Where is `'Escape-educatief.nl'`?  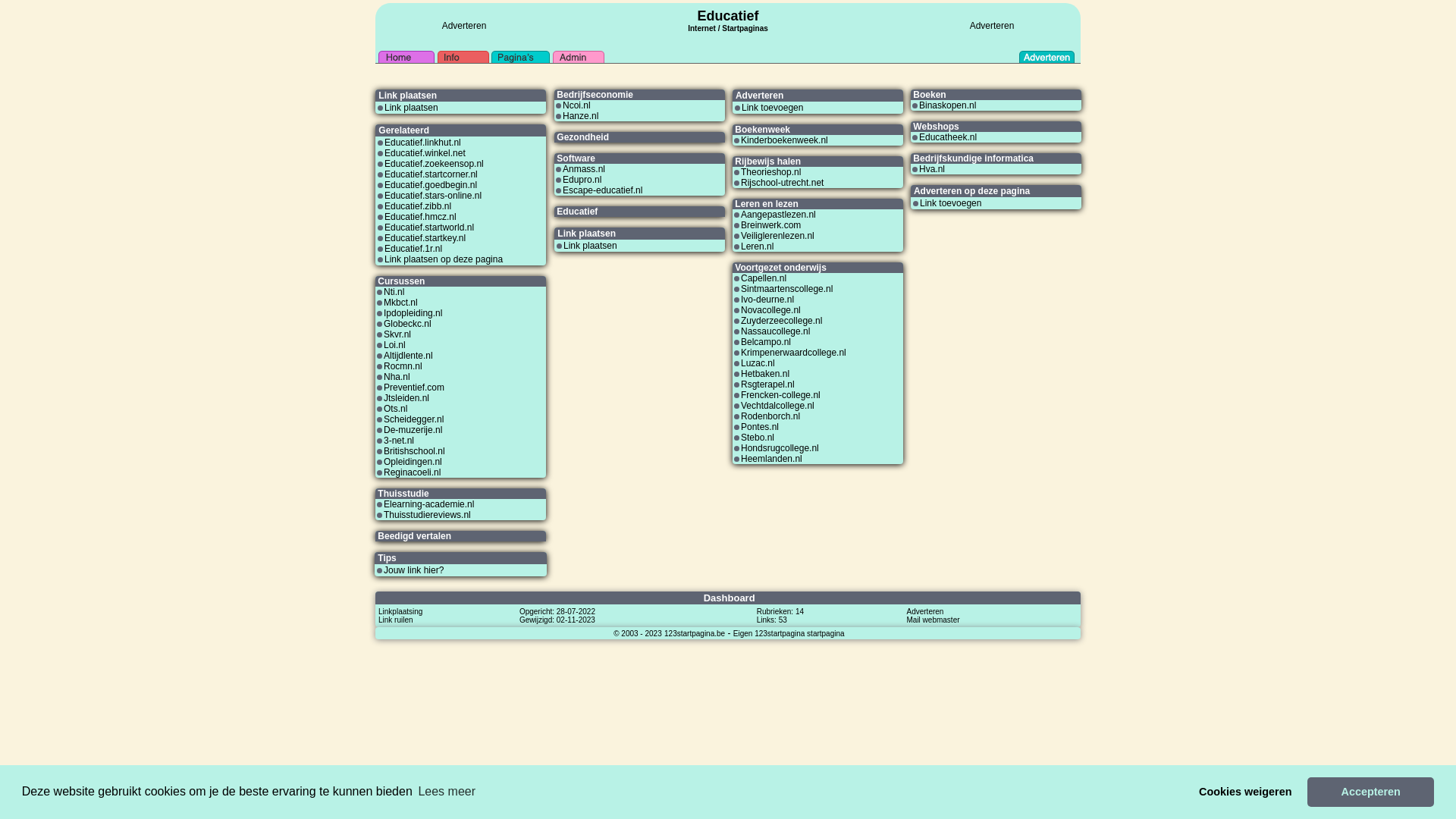
'Escape-educatief.nl' is located at coordinates (601, 189).